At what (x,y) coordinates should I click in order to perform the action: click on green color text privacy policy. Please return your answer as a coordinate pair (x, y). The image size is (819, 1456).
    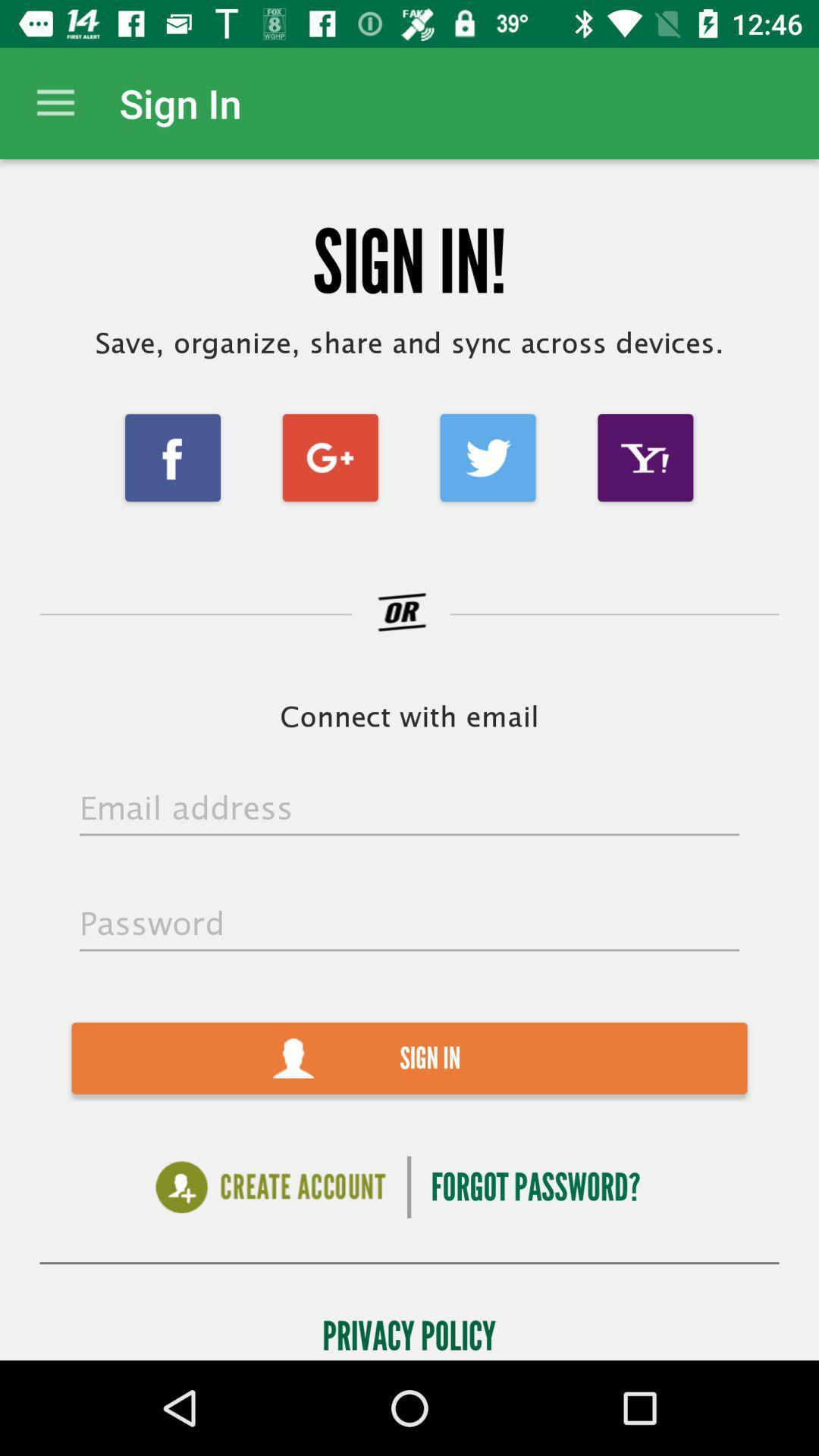
    Looking at the image, I should click on (408, 1331).